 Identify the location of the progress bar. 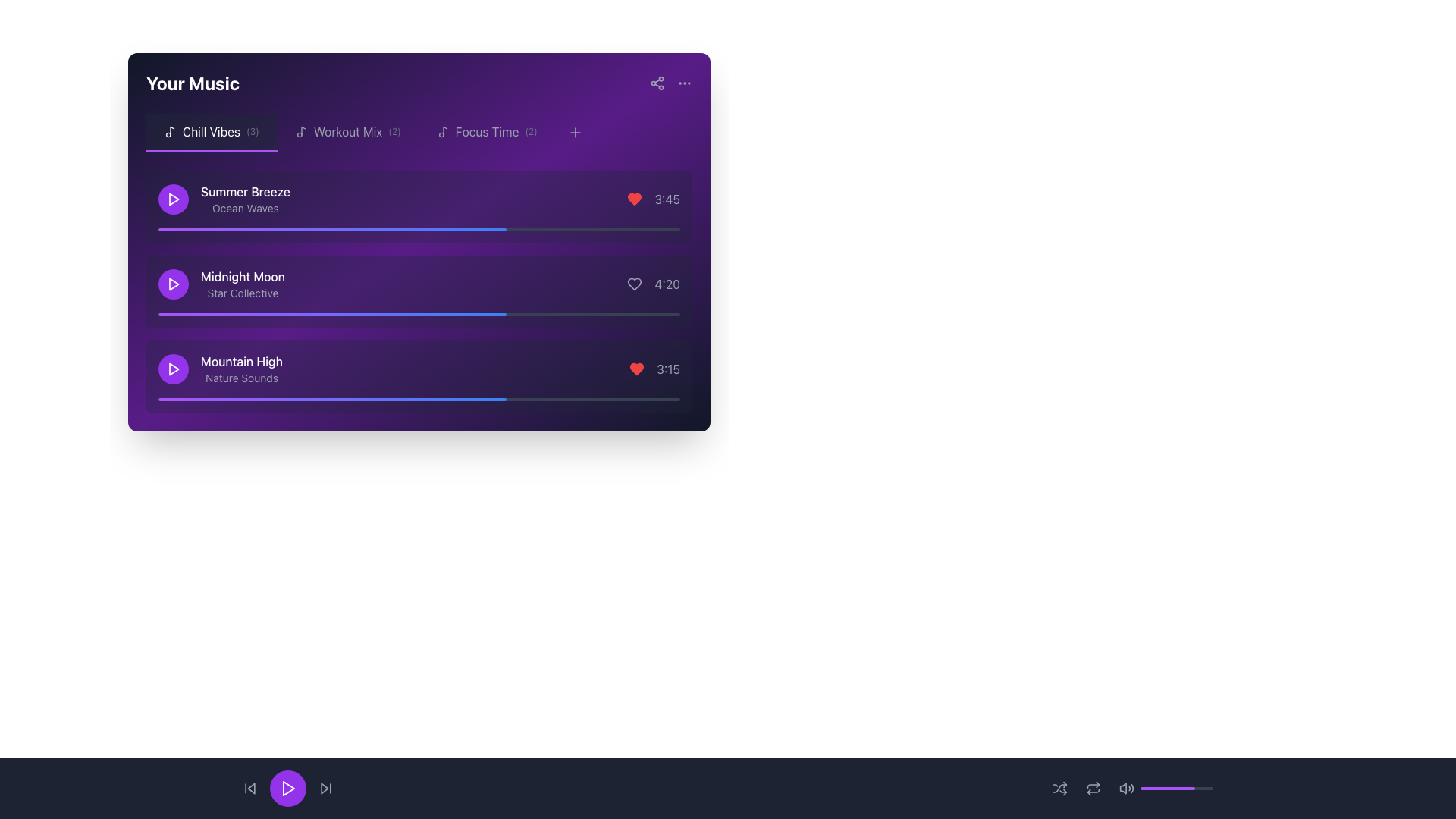
(460, 314).